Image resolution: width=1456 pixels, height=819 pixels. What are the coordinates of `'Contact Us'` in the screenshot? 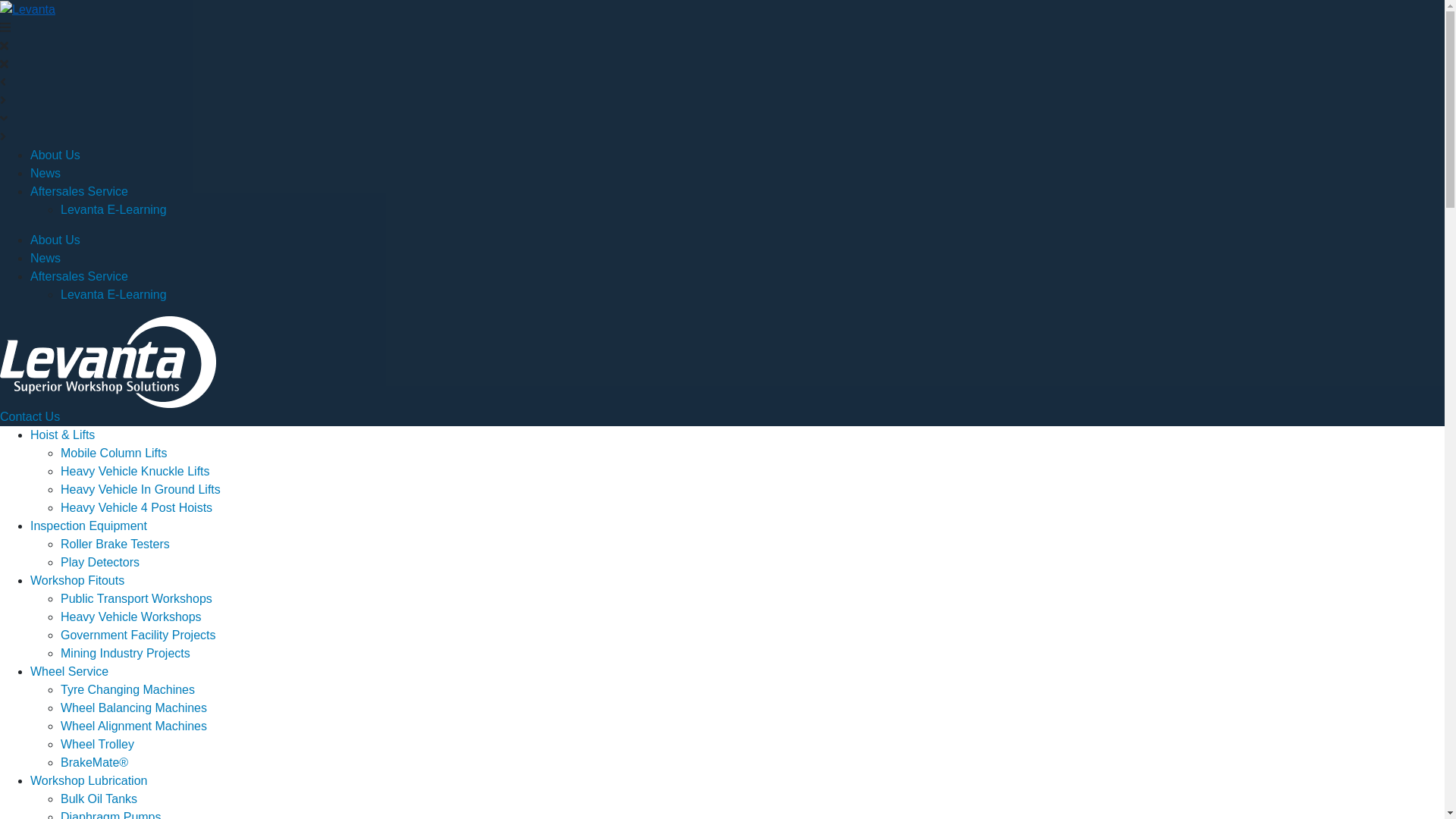 It's located at (30, 416).